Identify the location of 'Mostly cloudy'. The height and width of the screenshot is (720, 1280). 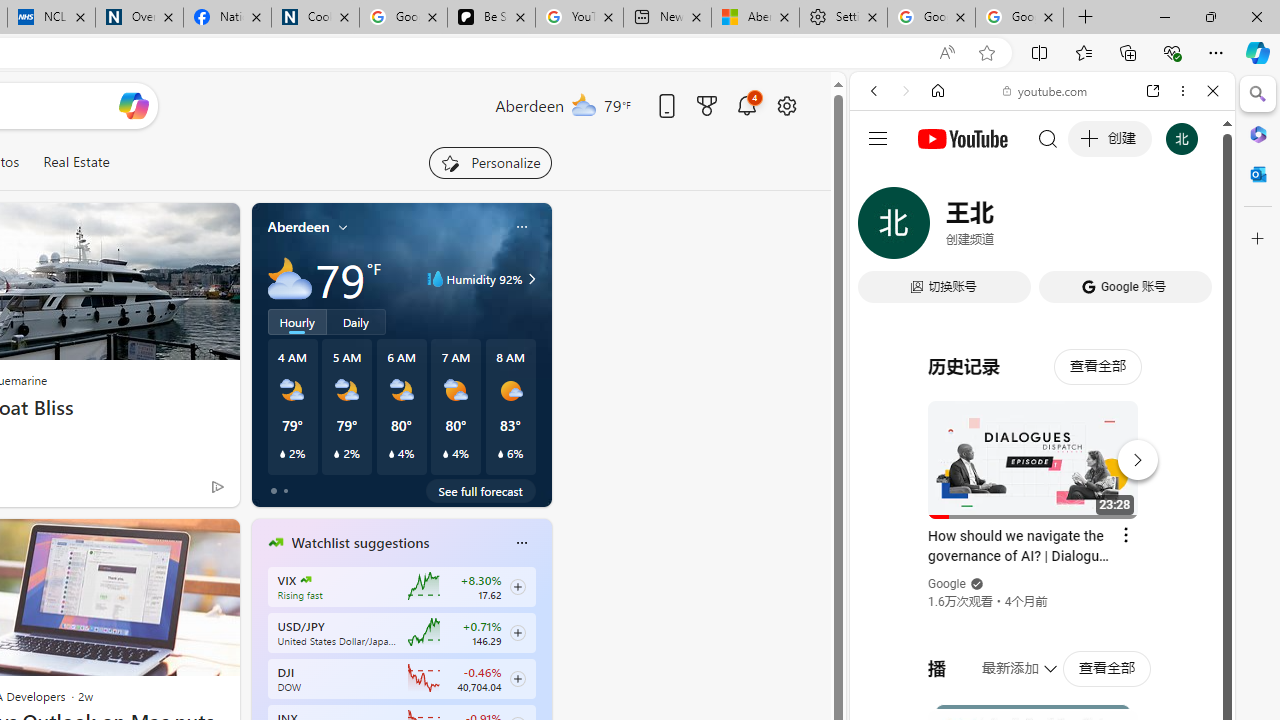
(288, 279).